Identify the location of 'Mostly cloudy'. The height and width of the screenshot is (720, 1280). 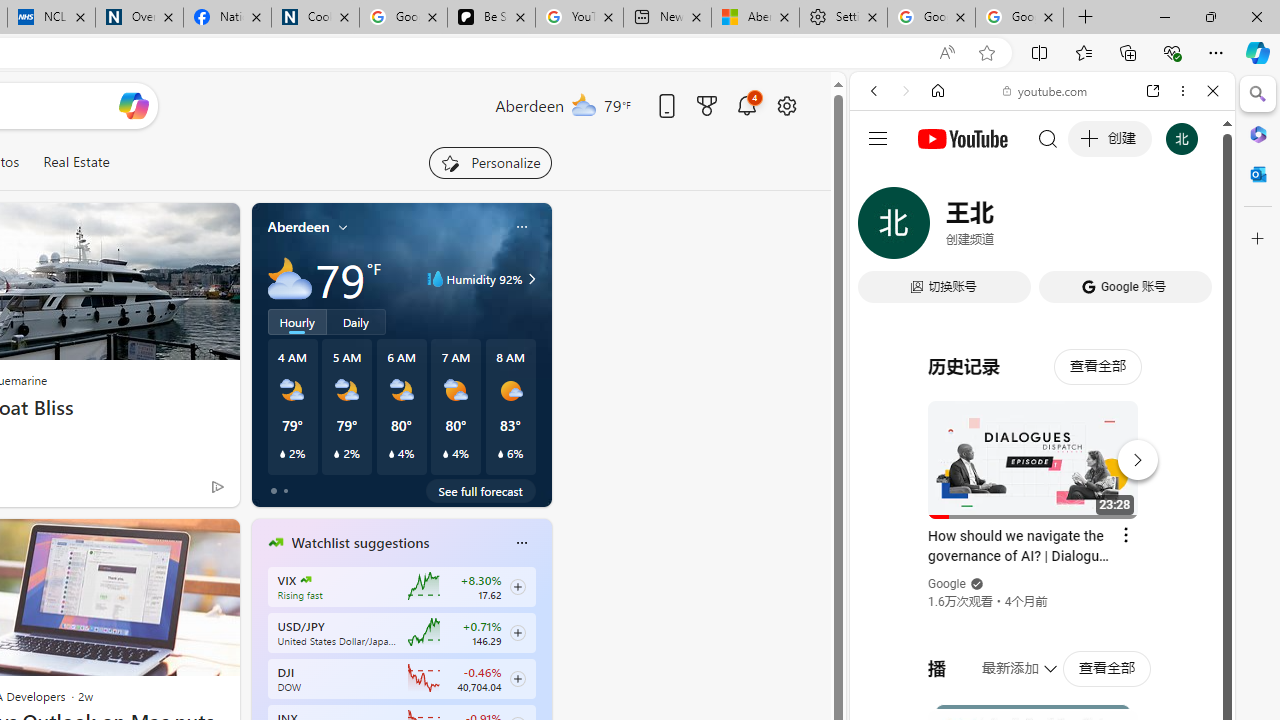
(288, 279).